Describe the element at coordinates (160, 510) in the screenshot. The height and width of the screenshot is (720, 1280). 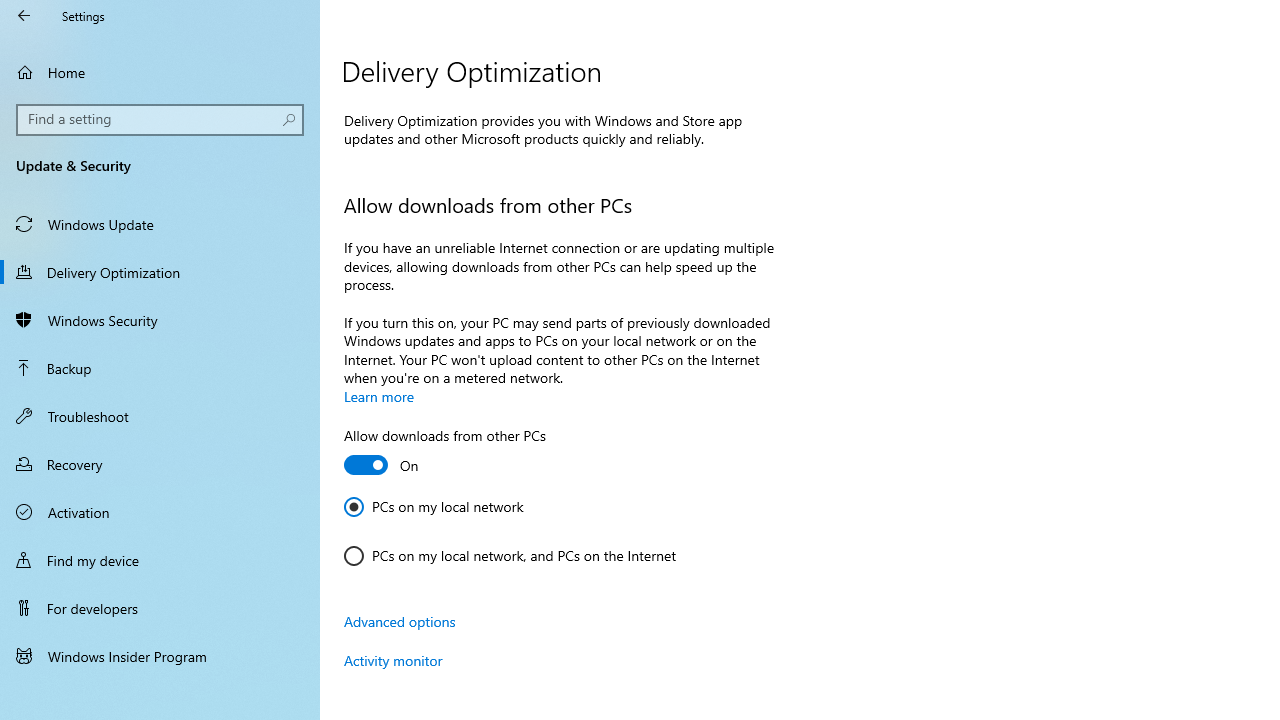
I see `'Activation'` at that location.